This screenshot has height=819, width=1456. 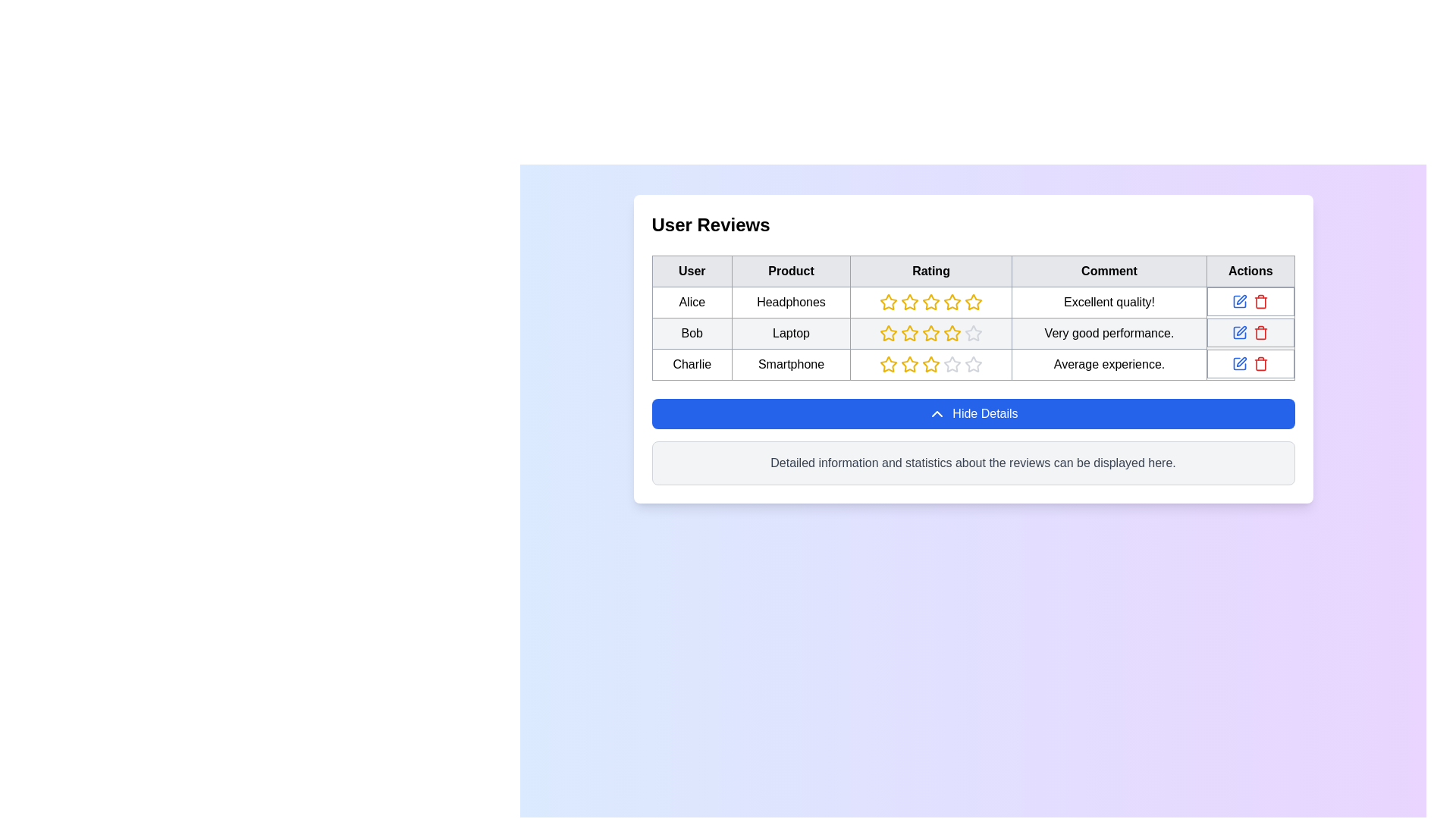 What do you see at coordinates (974, 365) in the screenshot?
I see `the rating status by interacting with the fifth rating star icon in the review table, located in the third row` at bounding box center [974, 365].